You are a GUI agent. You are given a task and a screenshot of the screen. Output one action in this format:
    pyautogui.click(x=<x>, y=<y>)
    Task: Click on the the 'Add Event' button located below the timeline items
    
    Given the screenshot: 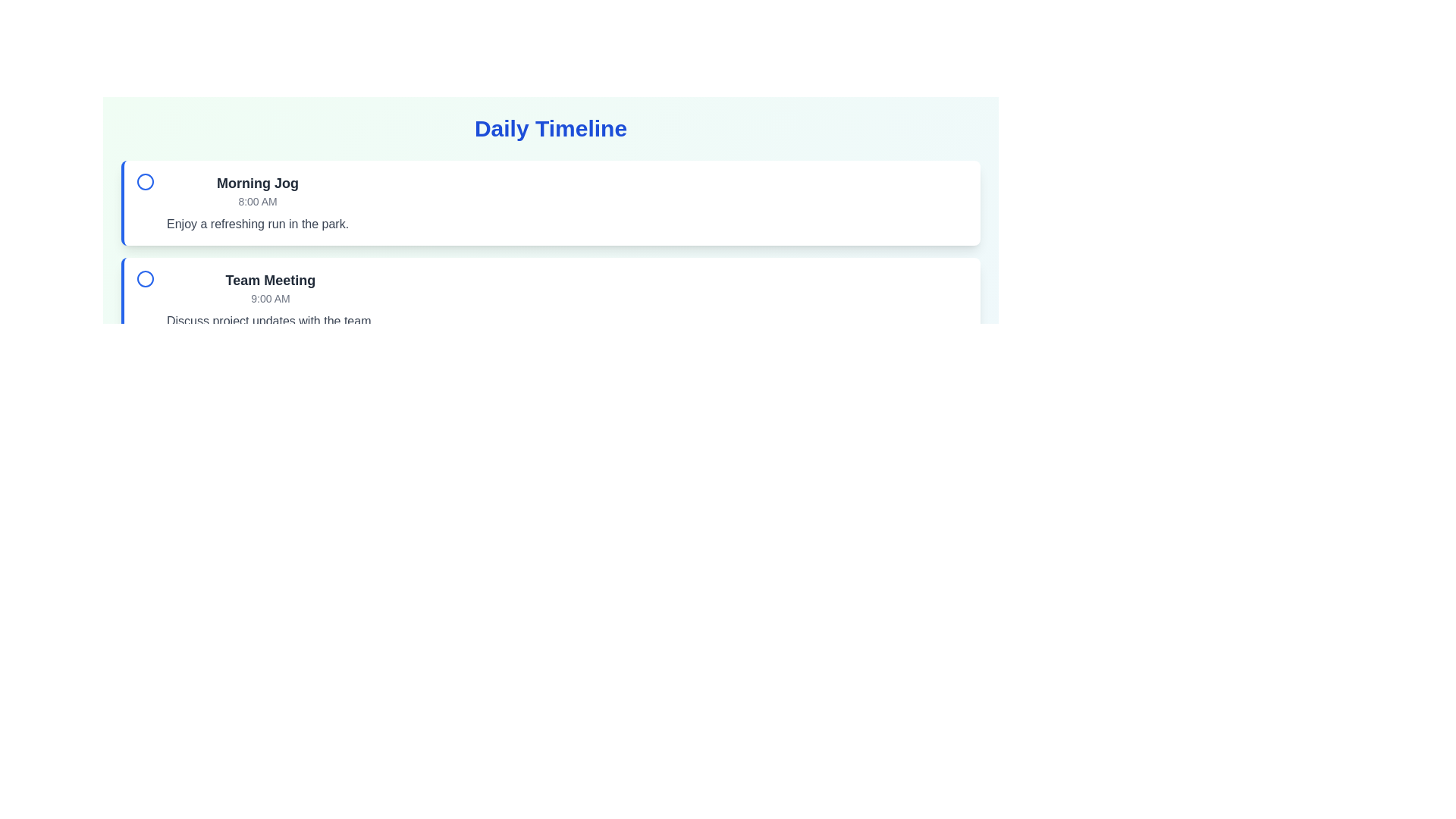 What is the action you would take?
    pyautogui.click(x=171, y=375)
    